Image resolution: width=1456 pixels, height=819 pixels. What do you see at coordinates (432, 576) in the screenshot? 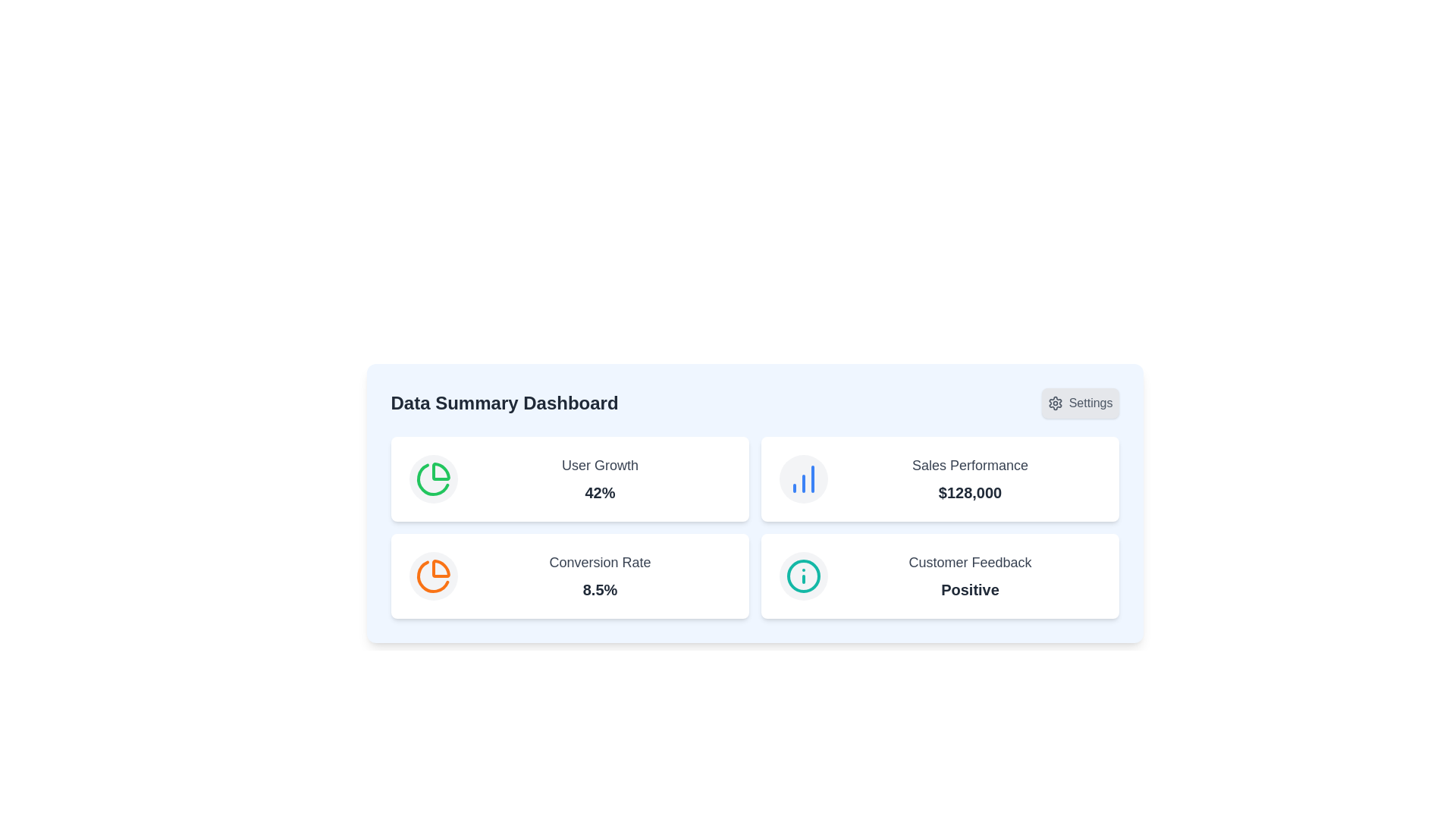
I see `the pie chart icon representing the 'Conversion Rate' metric, located in the 'Conversion Rate' section of the dashboard` at bounding box center [432, 576].